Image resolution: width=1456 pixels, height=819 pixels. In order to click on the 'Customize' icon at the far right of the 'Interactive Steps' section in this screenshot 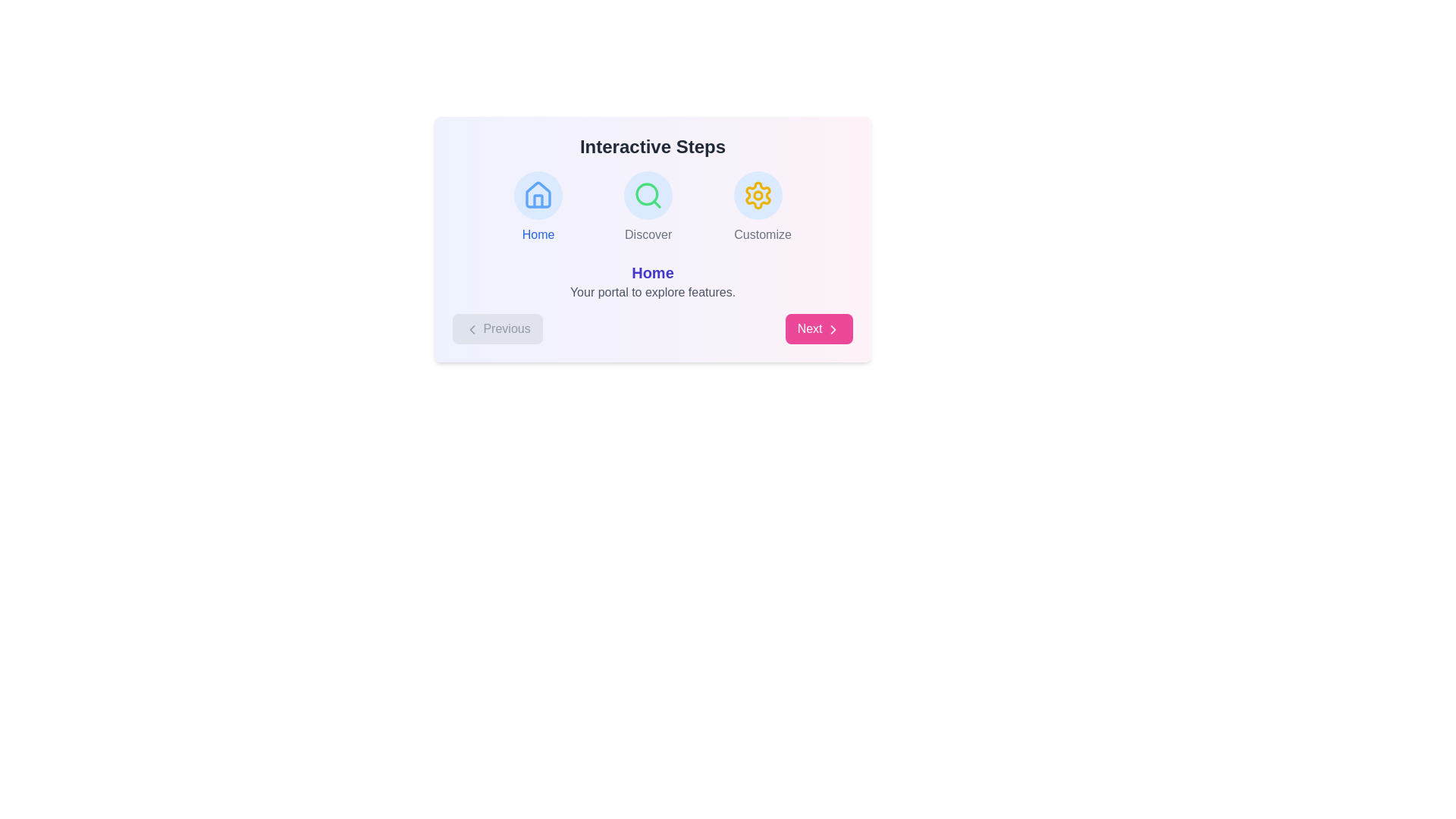, I will do `click(758, 195)`.